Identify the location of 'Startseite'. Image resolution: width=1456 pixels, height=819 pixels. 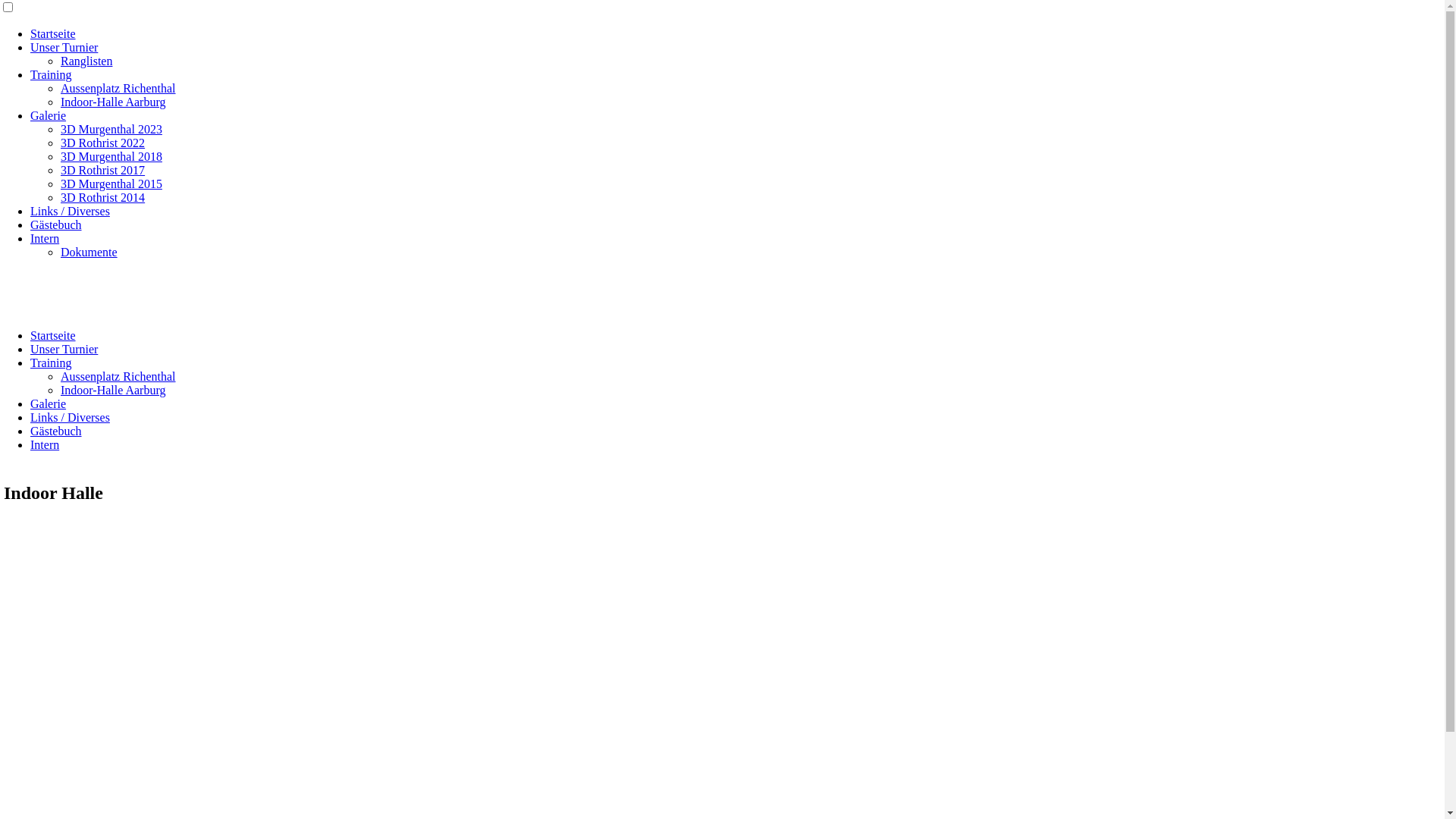
(53, 33).